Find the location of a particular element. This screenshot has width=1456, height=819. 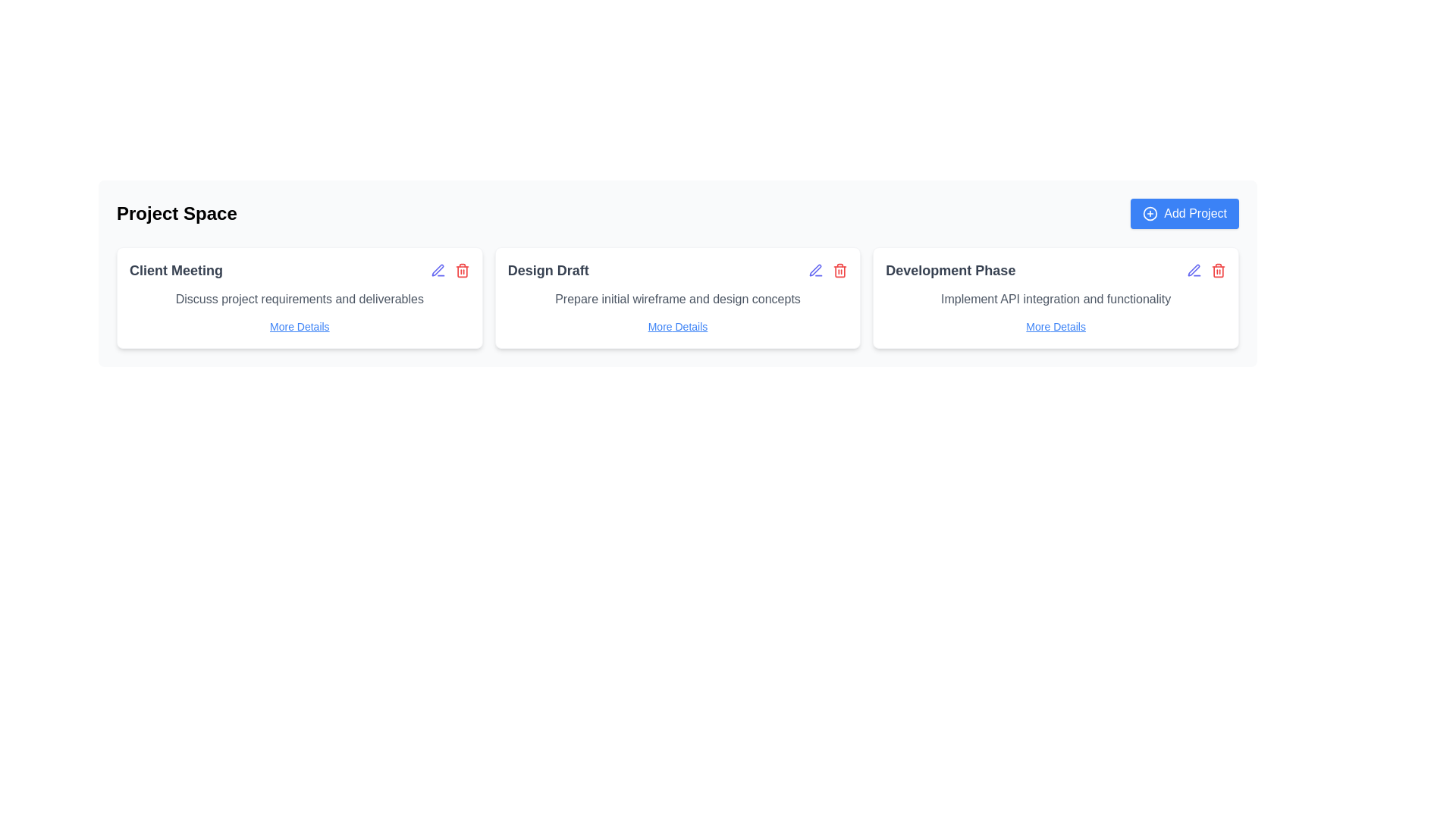

the 'More Details' hyperlink located at the bottom of the 'Design Draft' card is located at coordinates (676, 326).